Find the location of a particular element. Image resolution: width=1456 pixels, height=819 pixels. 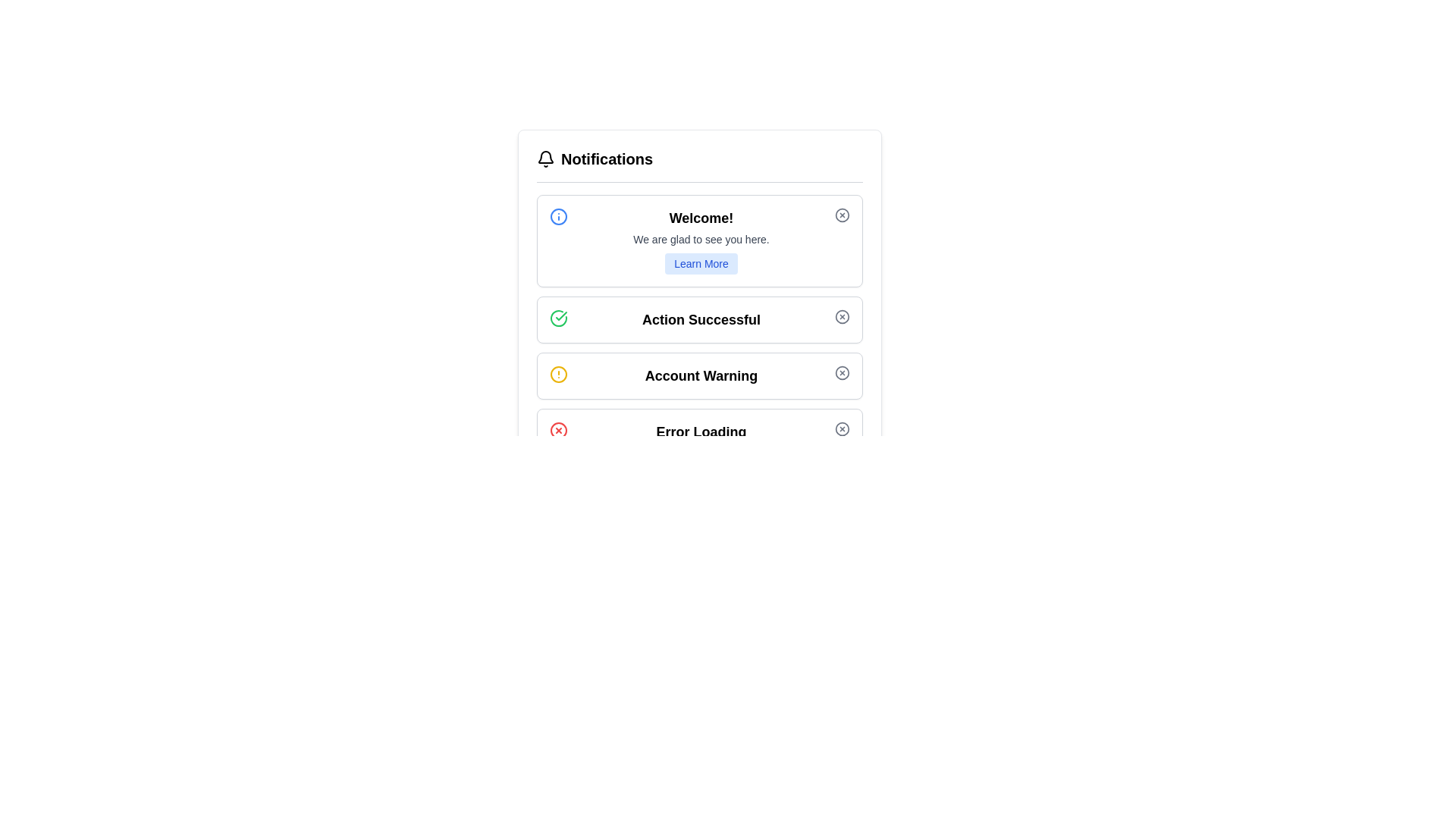

the bell icon, which is a small black line art design located to the left of the 'Notifications' text in the header section is located at coordinates (546, 158).